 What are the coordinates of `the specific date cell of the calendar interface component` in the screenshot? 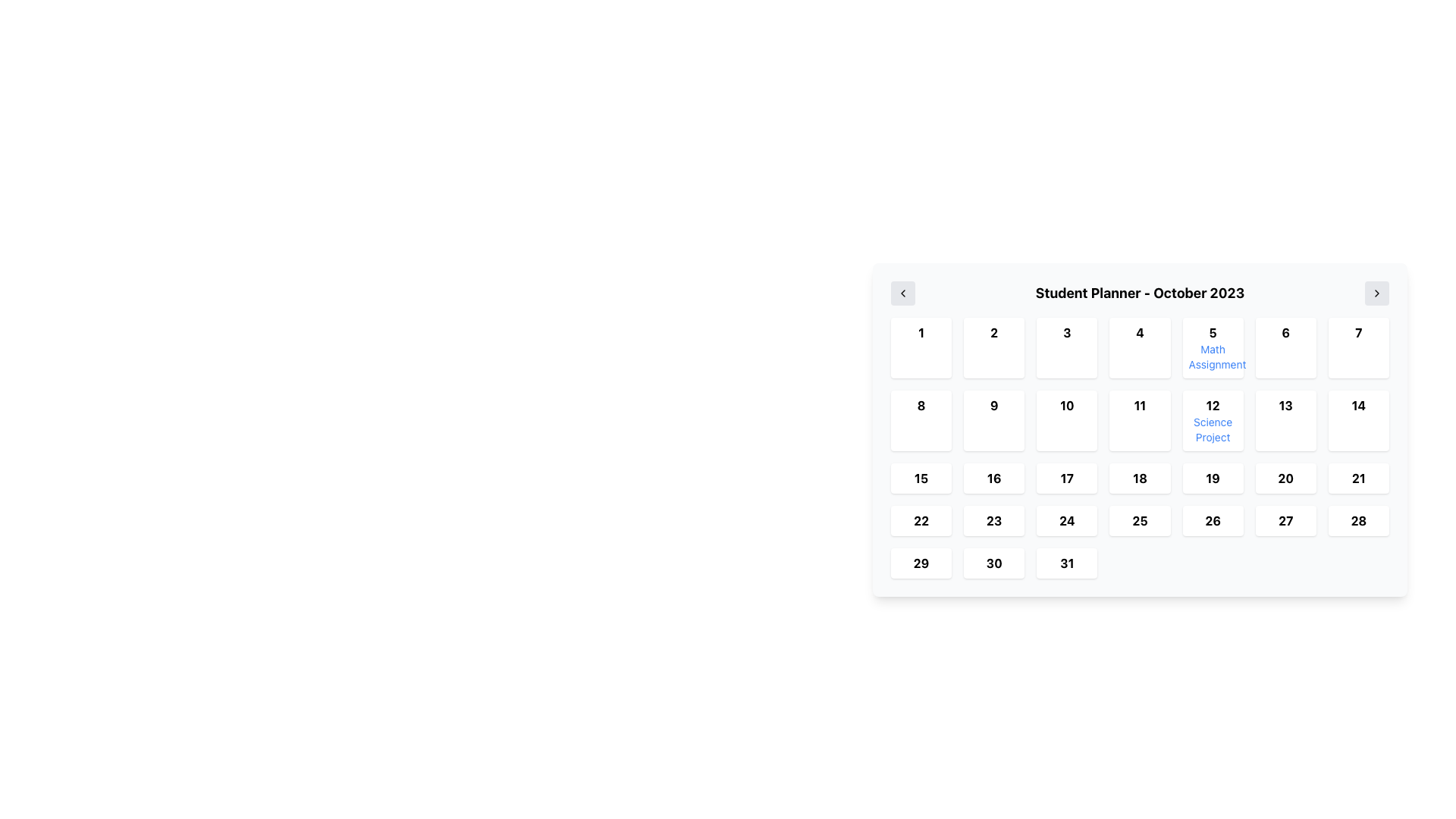 It's located at (1140, 429).